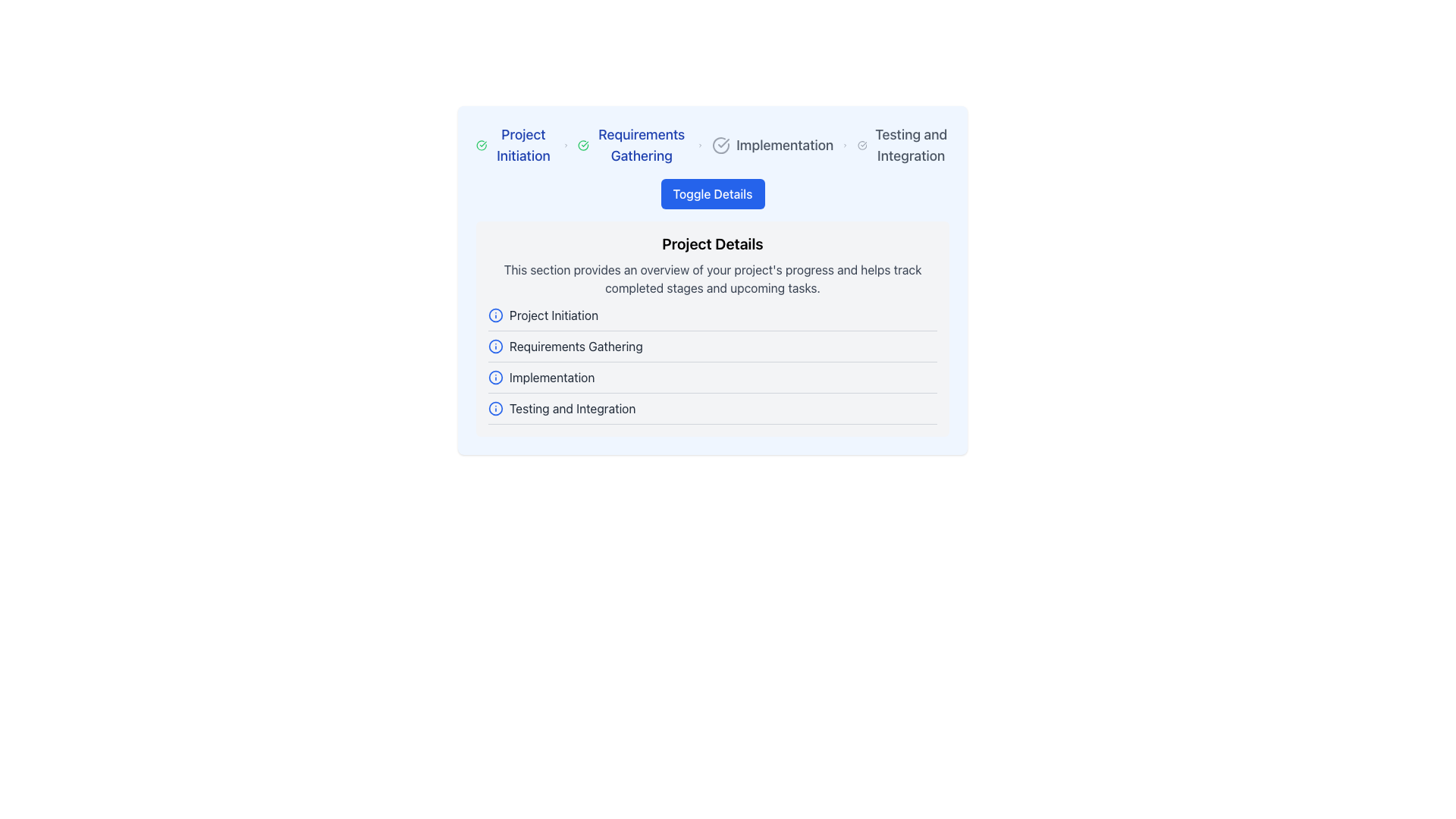 The image size is (1456, 819). Describe the element at coordinates (575, 346) in the screenshot. I see `the text label displaying 'Requirements Gathering' which is the second item in the list under the header 'Project Details'` at that location.